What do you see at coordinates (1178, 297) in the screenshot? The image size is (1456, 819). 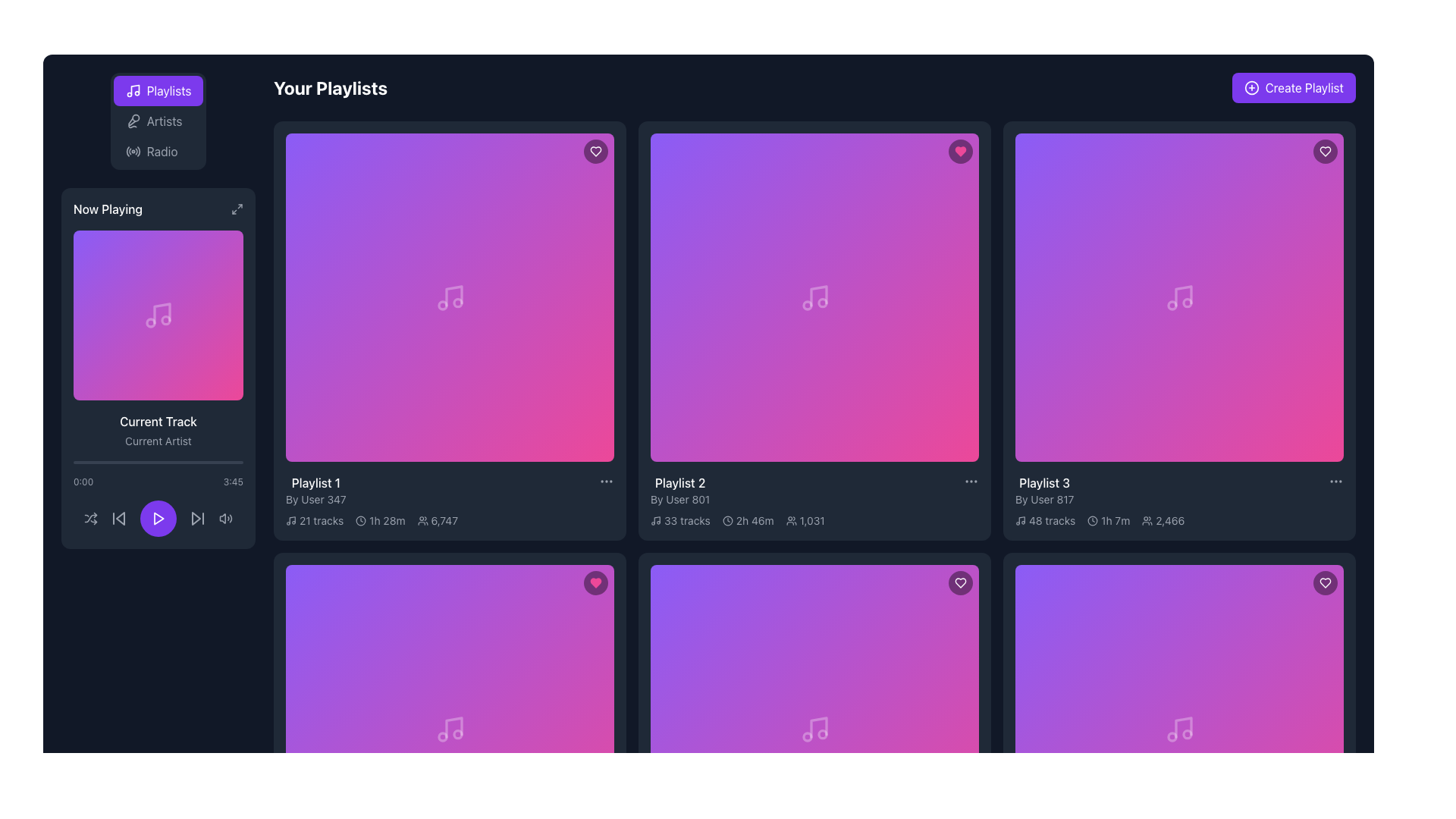 I see `the circular violet-to-purple gradient button with two connected musical notes at its center` at bounding box center [1178, 297].